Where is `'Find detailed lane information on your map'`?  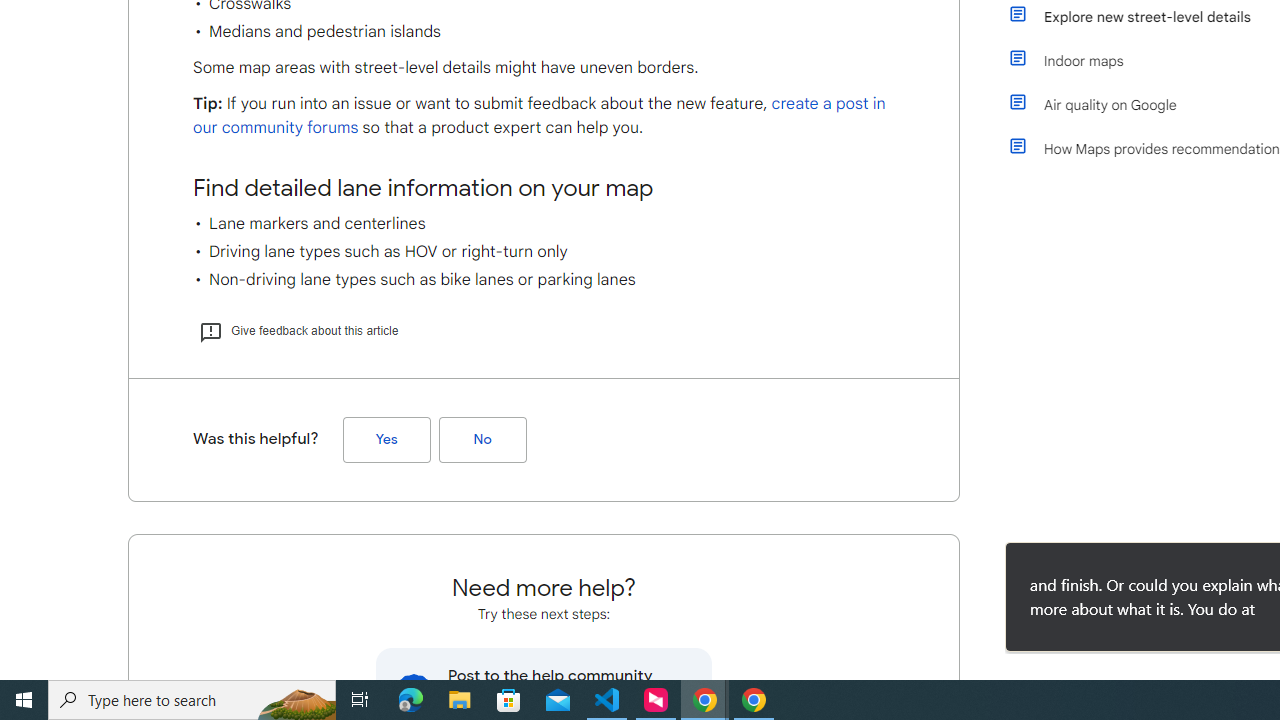 'Find detailed lane information on your map' is located at coordinates (544, 187).